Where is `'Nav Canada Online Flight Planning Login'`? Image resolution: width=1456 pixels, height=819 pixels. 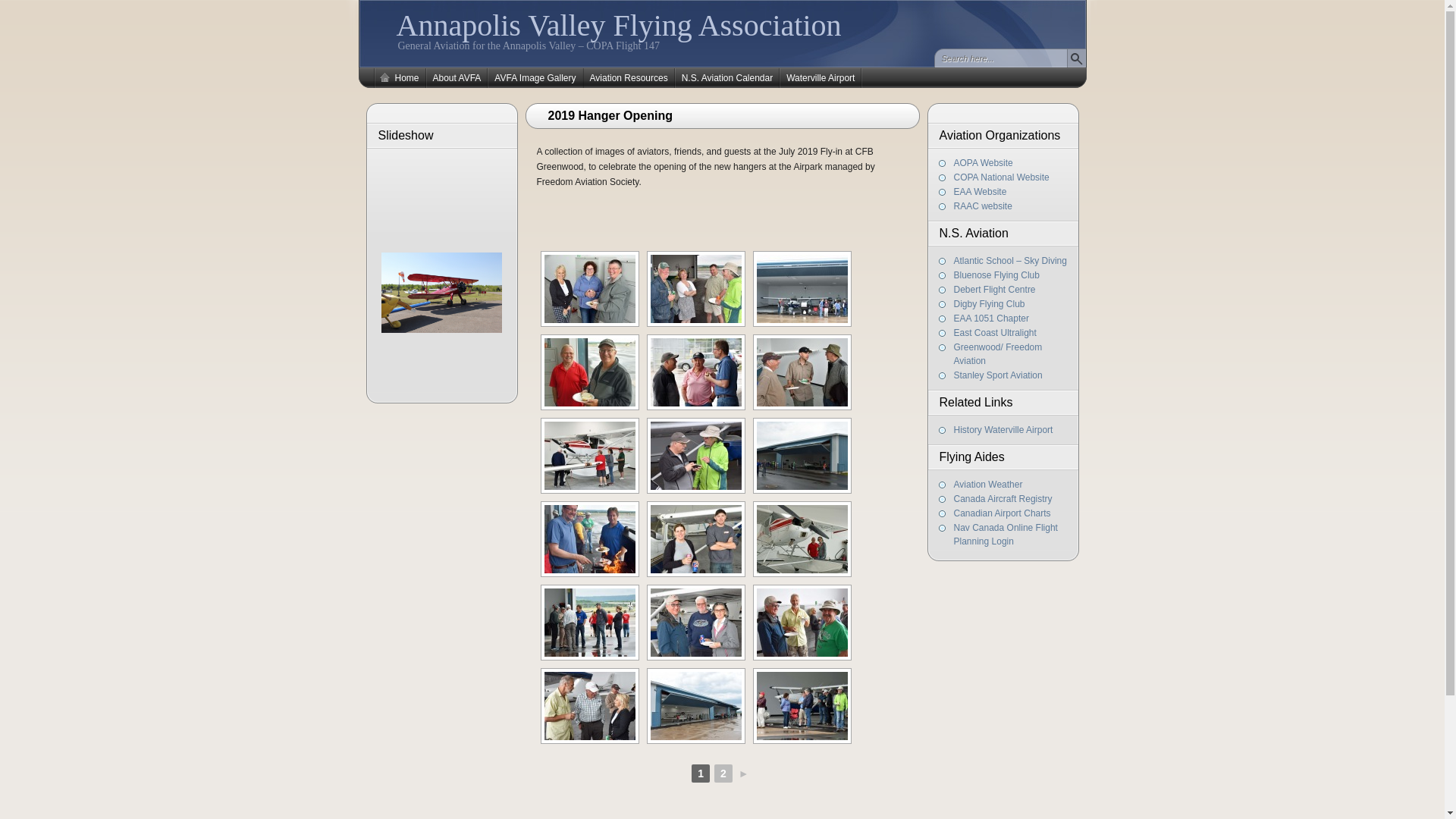 'Nav Canada Online Flight Planning Login' is located at coordinates (1006, 534).